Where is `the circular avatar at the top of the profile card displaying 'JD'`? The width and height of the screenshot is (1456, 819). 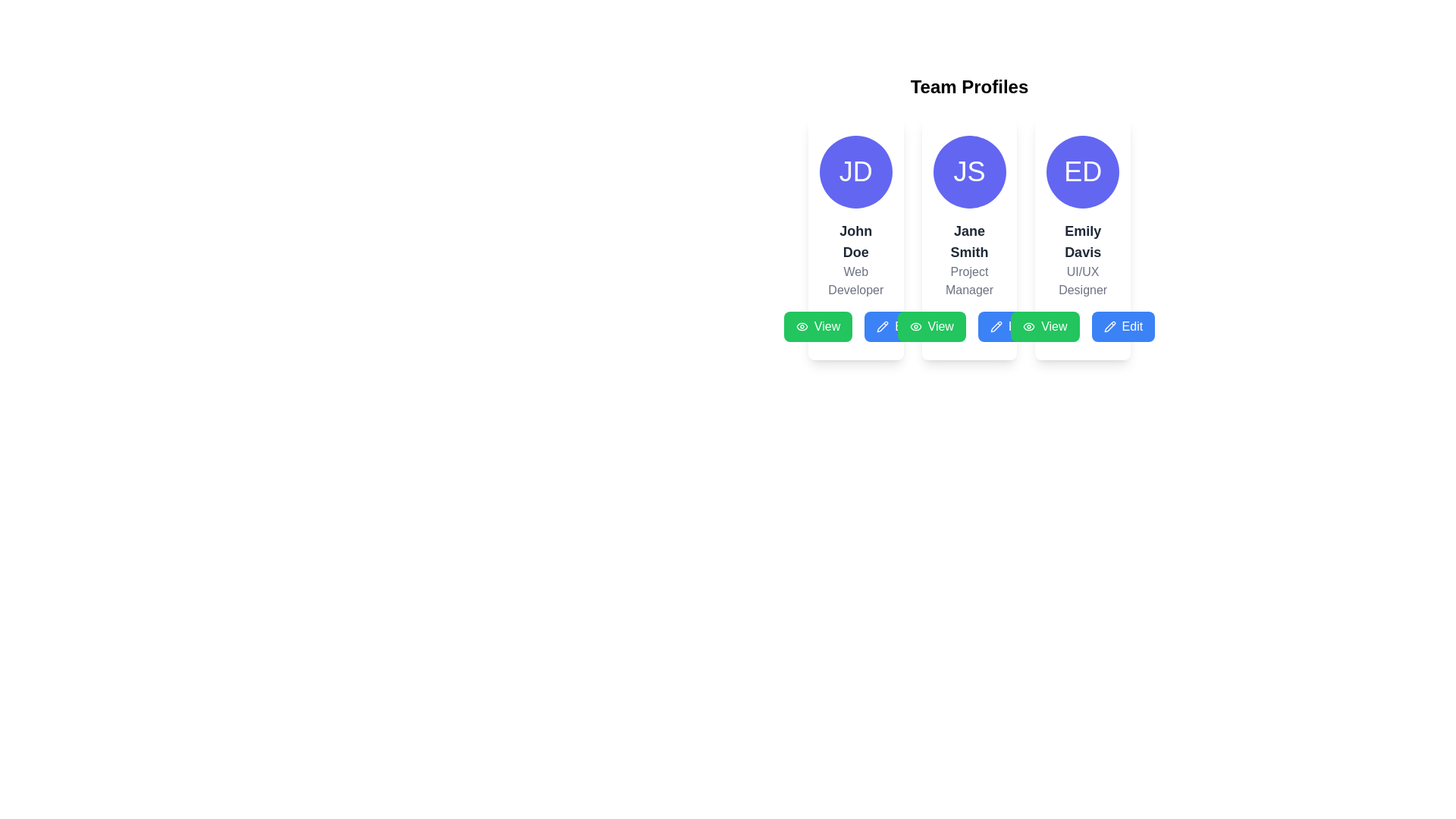 the circular avatar at the top of the profile card displaying 'JD' is located at coordinates (855, 239).